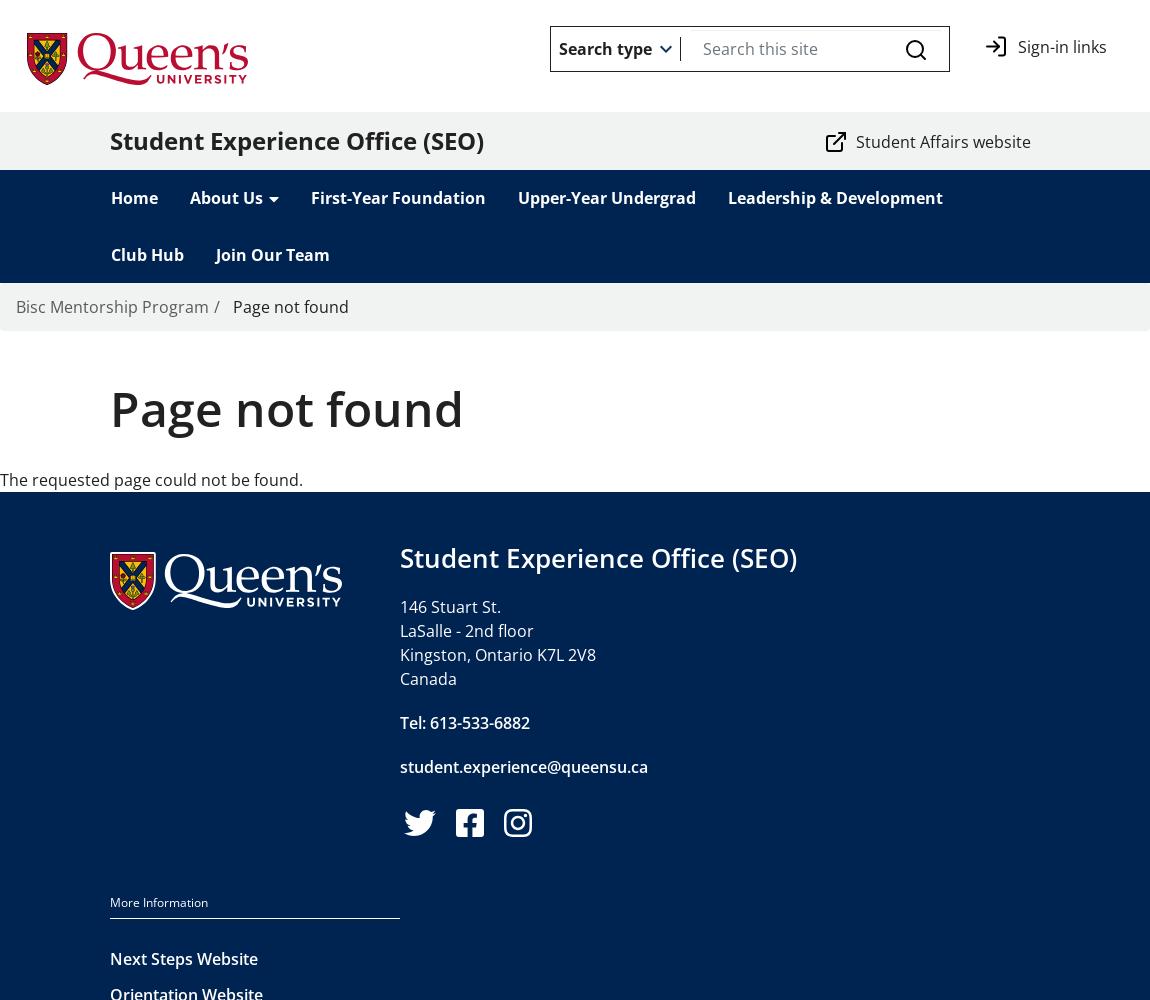 The width and height of the screenshot is (1150, 1000). I want to click on 'Canada', so click(428, 678).